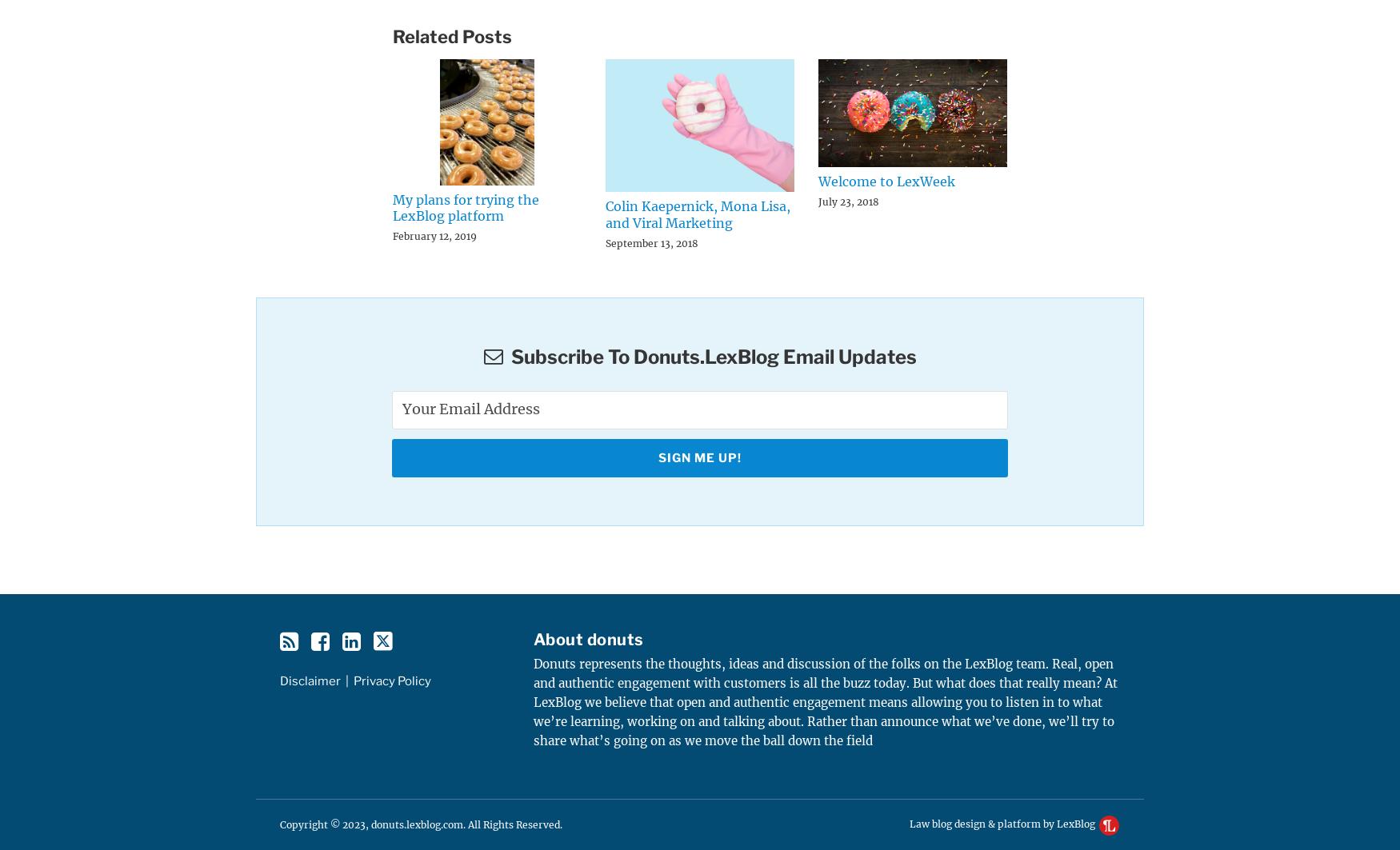 The height and width of the screenshot is (850, 1400). Describe the element at coordinates (392, 680) in the screenshot. I see `'Privacy Policy'` at that location.